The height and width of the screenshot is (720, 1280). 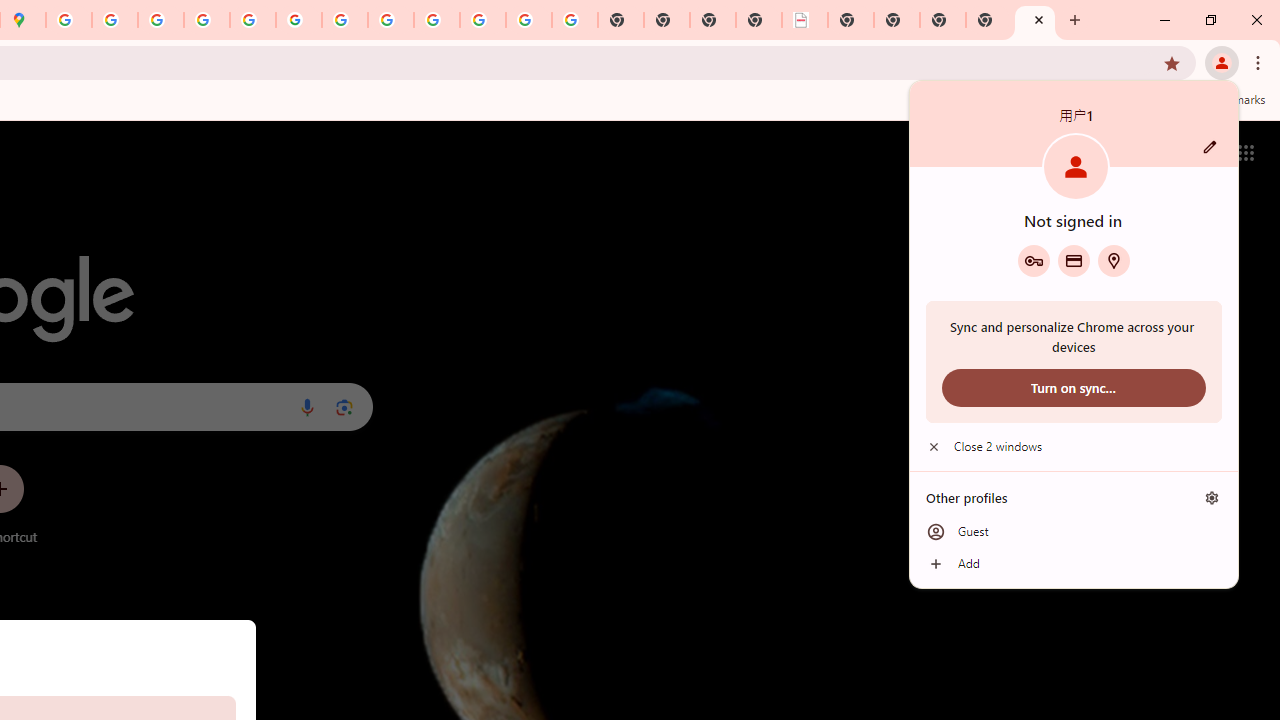 I want to click on 'Customize profile', so click(x=1209, y=146).